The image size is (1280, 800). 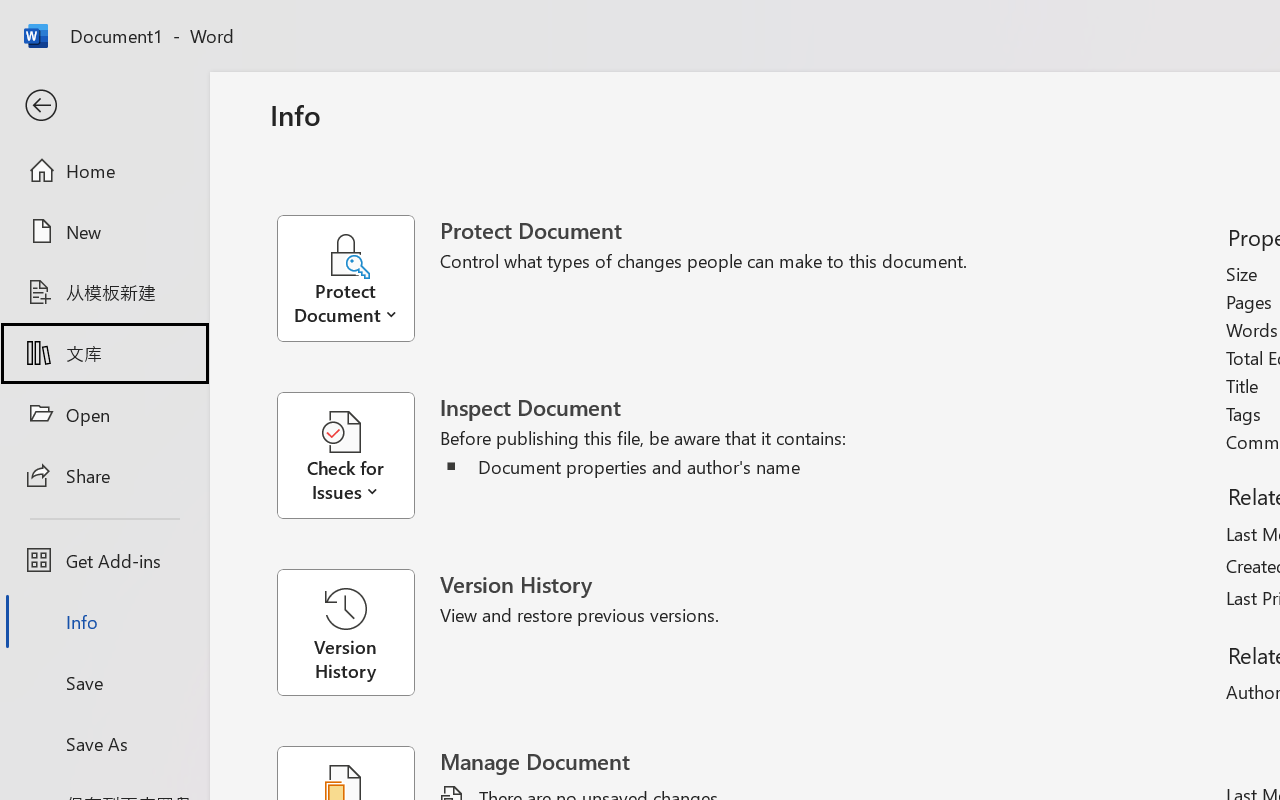 I want to click on 'Get Add-ins', so click(x=103, y=560).